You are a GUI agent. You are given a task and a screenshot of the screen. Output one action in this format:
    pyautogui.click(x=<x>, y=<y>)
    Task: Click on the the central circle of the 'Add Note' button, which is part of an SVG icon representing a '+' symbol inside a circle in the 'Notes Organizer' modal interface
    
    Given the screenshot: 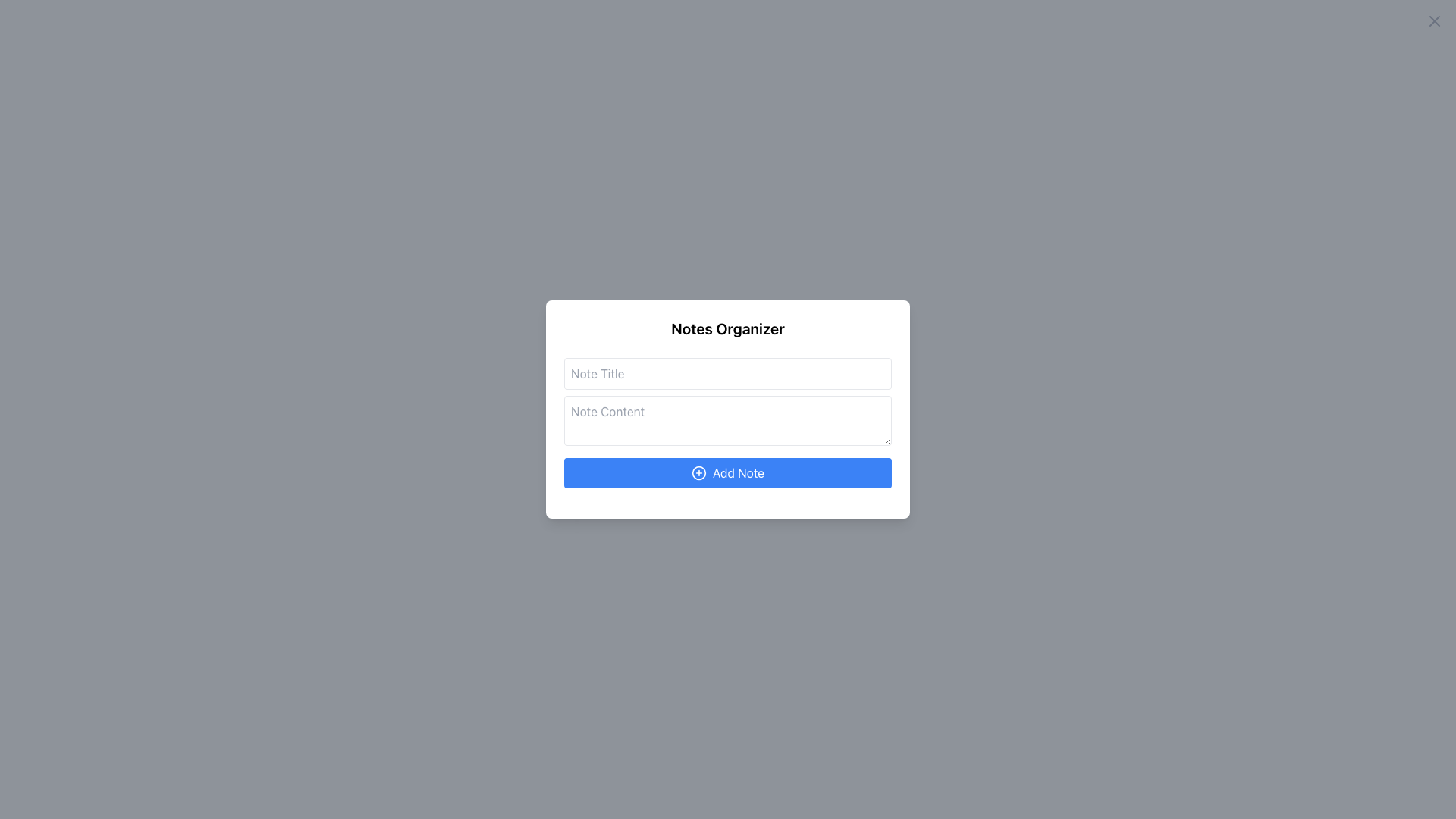 What is the action you would take?
    pyautogui.click(x=698, y=472)
    